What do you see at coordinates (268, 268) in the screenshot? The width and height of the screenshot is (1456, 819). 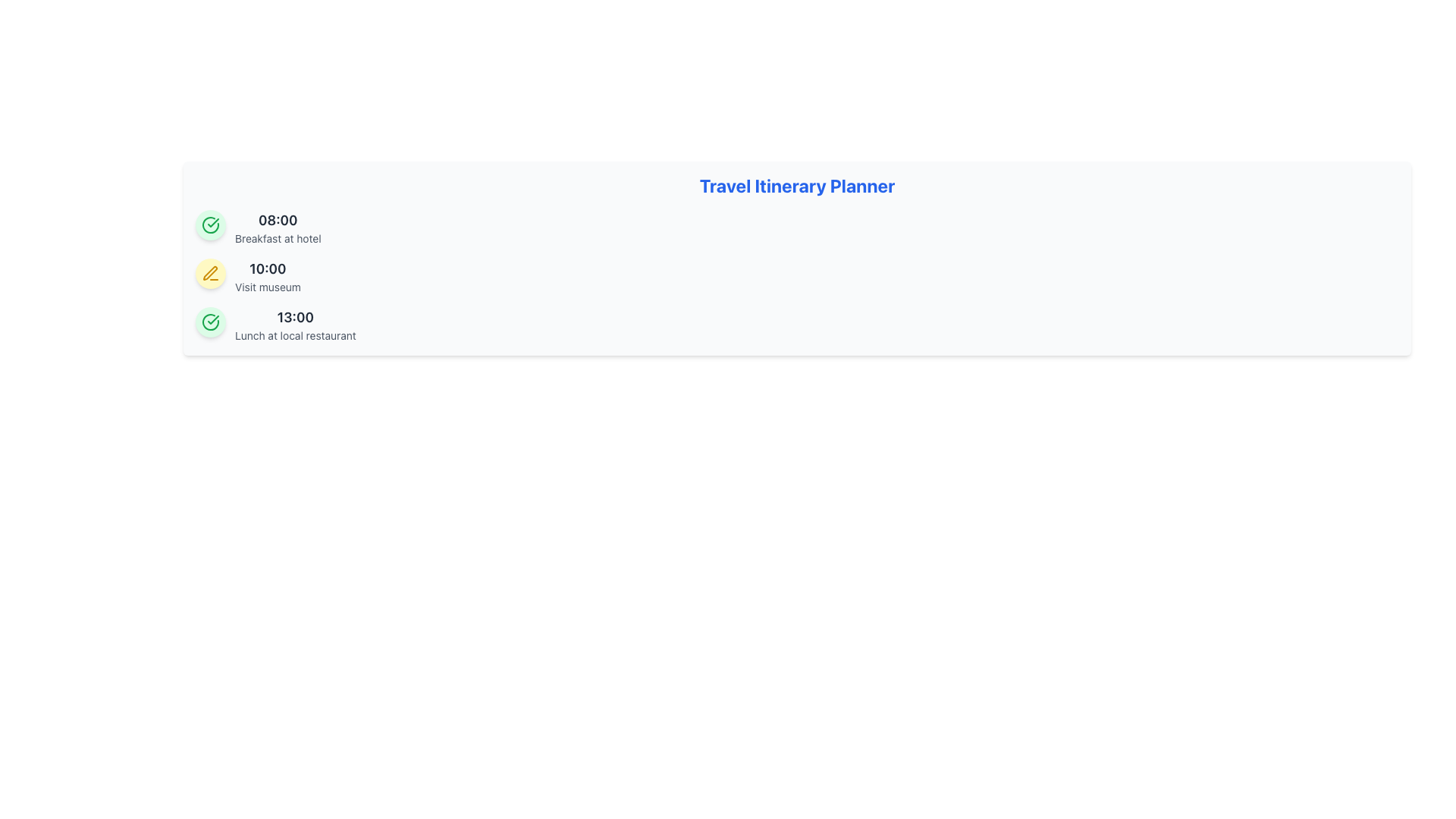 I see `the time indicator displaying '10:00', which is the second time indicator in the interface, located centrally above the sibling text 'Visit museum'` at bounding box center [268, 268].